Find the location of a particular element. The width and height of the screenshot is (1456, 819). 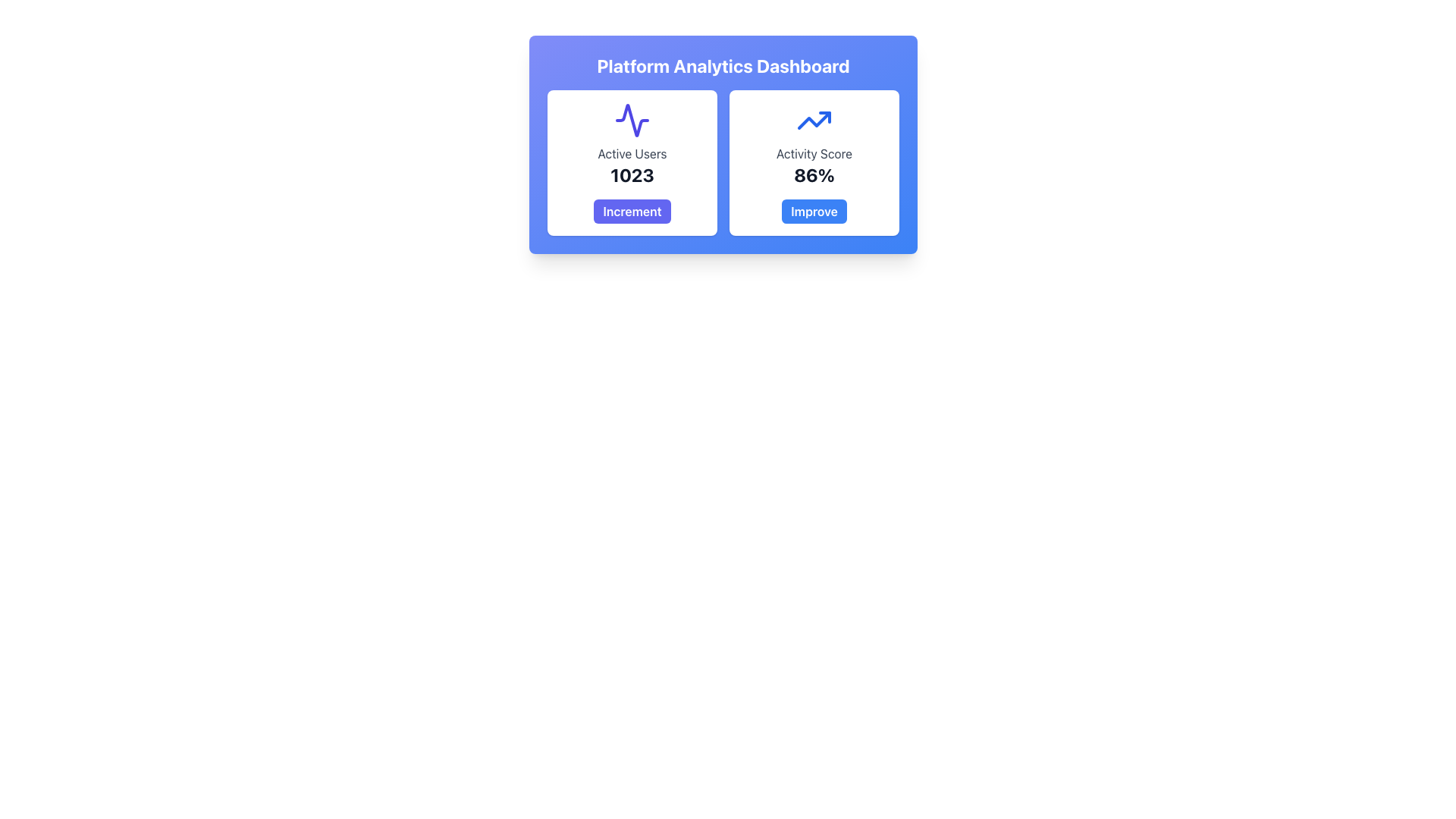

the label element that serves as a title for the metric score, located in the right card of the 'Platform Analytics Dashboard', centered below the upward-trending arrow icon and above the '86%' text is located at coordinates (814, 154).